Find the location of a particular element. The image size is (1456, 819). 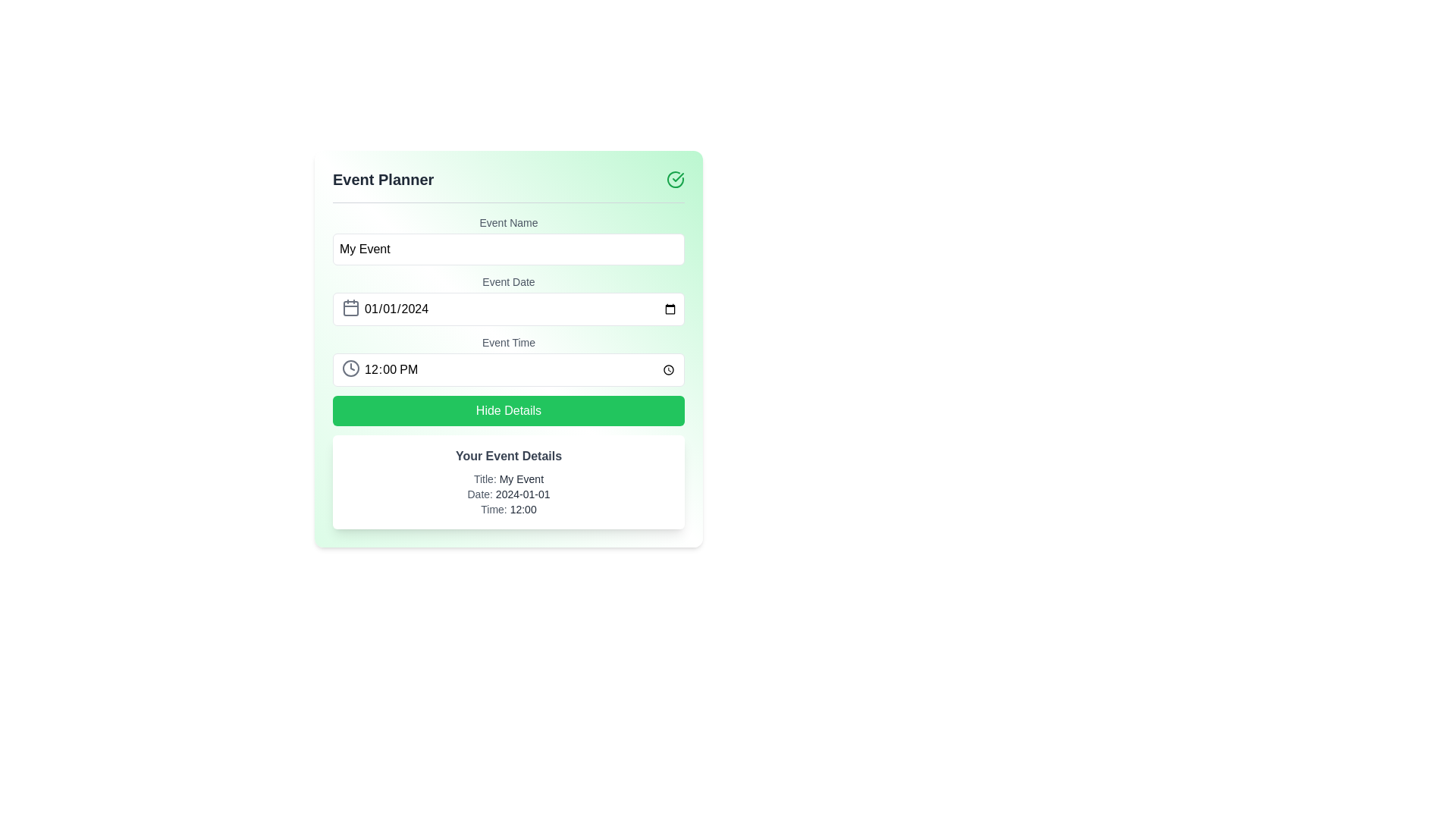

the 'Event Time' input field located below the 'Event Date' input field within the 'Event Planner' form is located at coordinates (509, 369).